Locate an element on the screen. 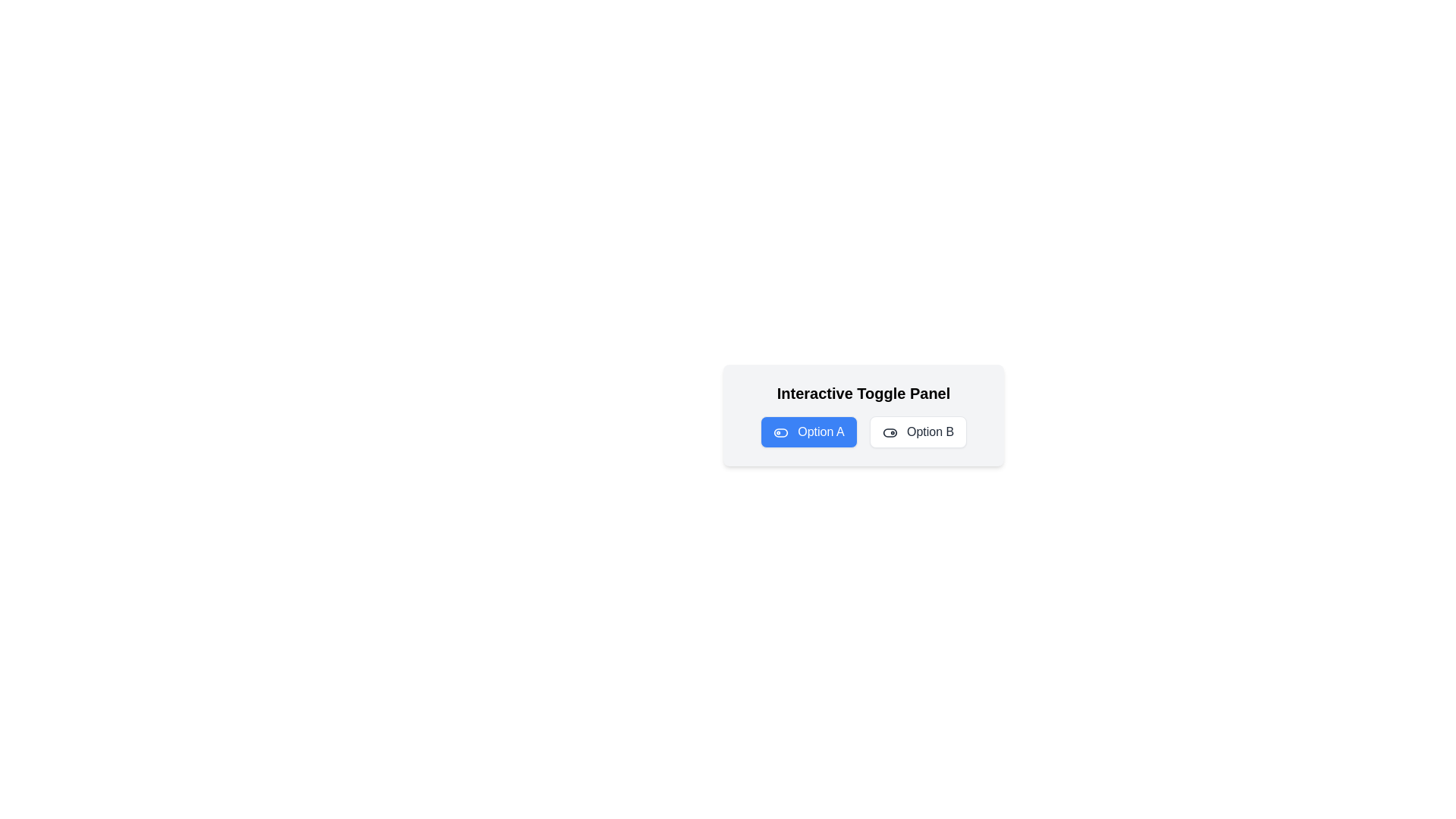 This screenshot has width=1456, height=819. the toggle icon inside the blue button labeled 'Option A' is located at coordinates (780, 432).